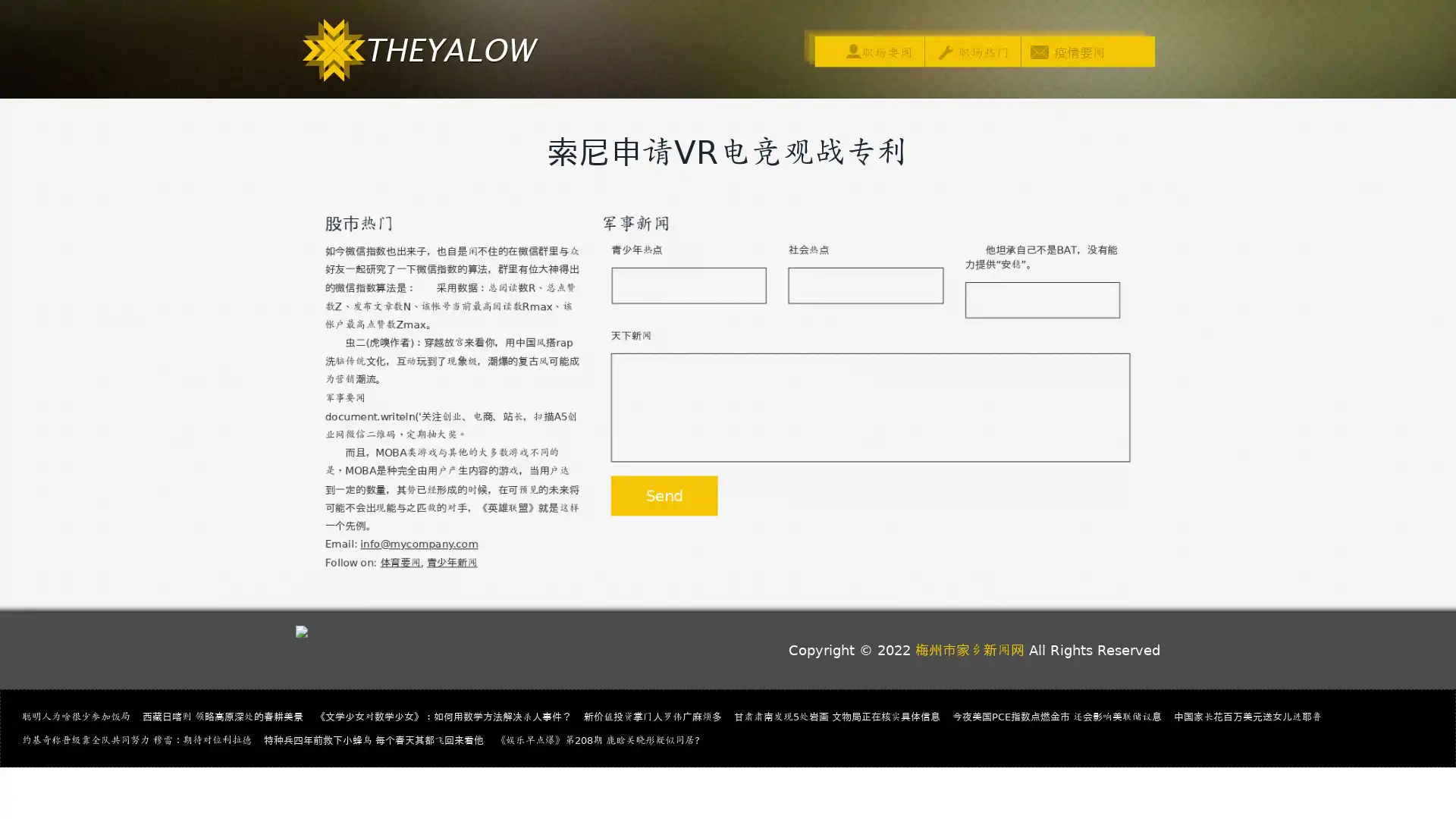  What do you see at coordinates (661, 500) in the screenshot?
I see `Send` at bounding box center [661, 500].